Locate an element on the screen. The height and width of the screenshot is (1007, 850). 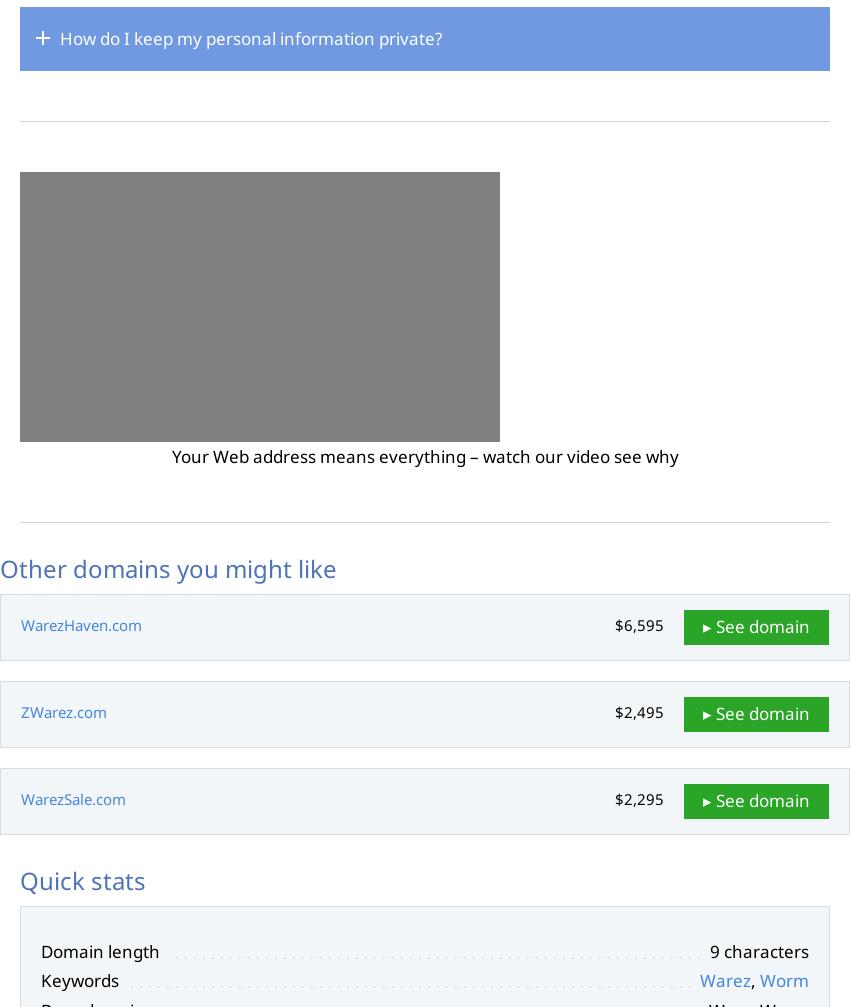
'$2,295' is located at coordinates (639, 797).